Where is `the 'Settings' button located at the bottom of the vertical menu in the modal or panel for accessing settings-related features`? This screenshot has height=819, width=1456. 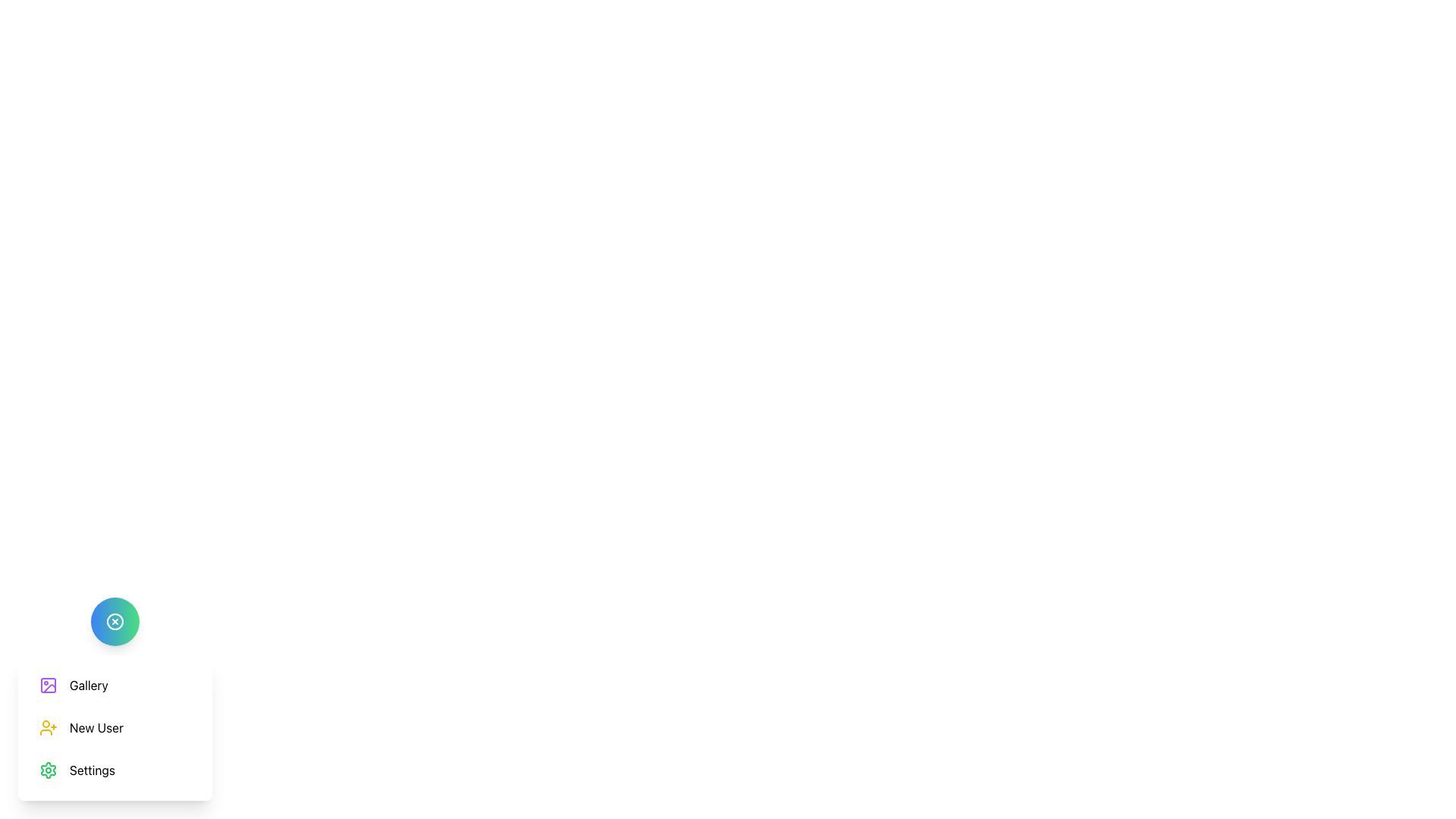
the 'Settings' button located at the bottom of the vertical menu in the modal or panel for accessing settings-related features is located at coordinates (76, 770).